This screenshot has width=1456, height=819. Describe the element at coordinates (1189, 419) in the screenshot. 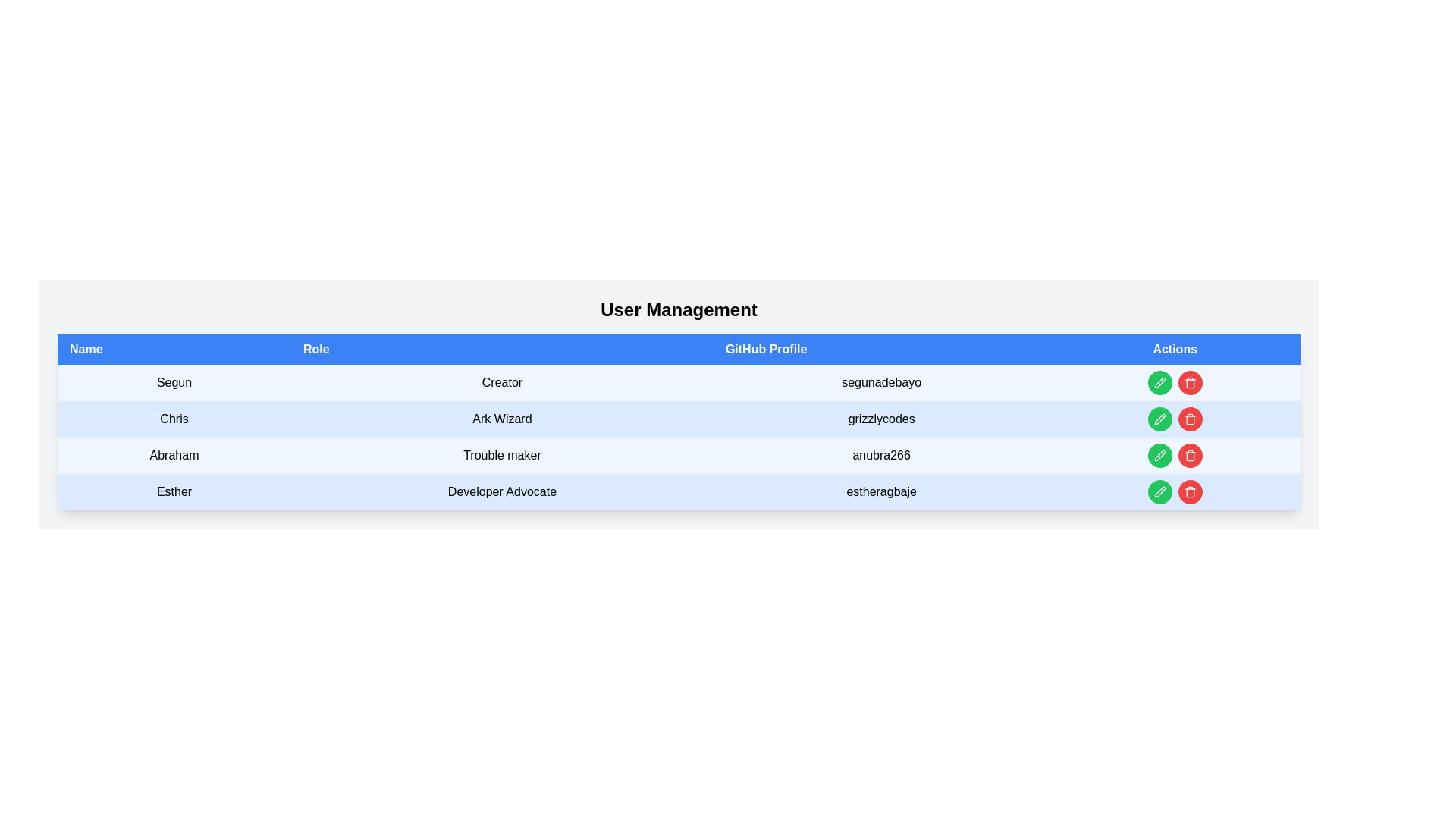

I see `the circular red button with a white trashcan icon, located in the 'Actions' column of the second row for user 'Chris'` at that location.